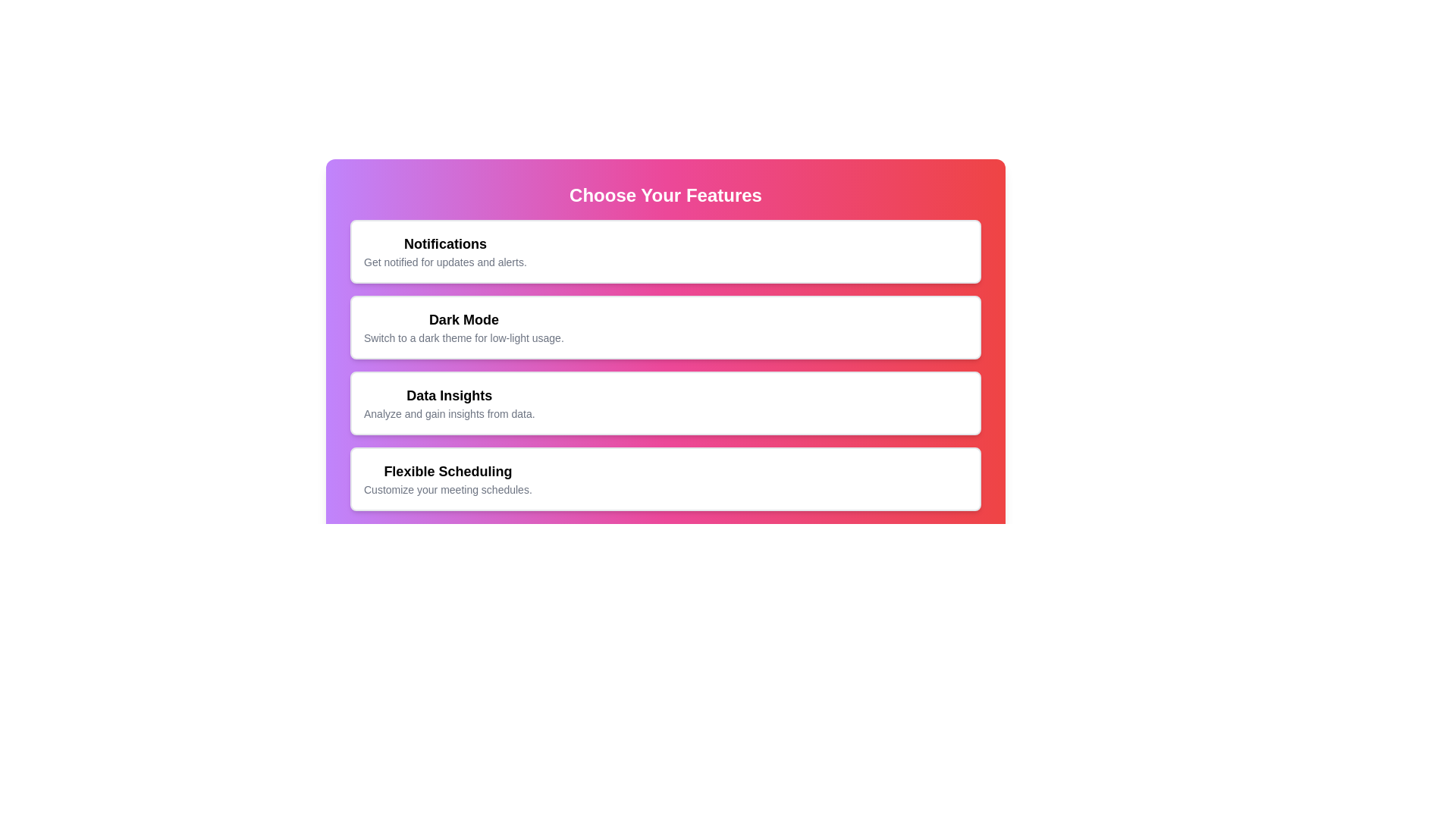 The width and height of the screenshot is (1456, 819). I want to click on the prominent text header displaying 'Choose Your Features' which is centrally aligned at the top of the card layout, so click(666, 195).